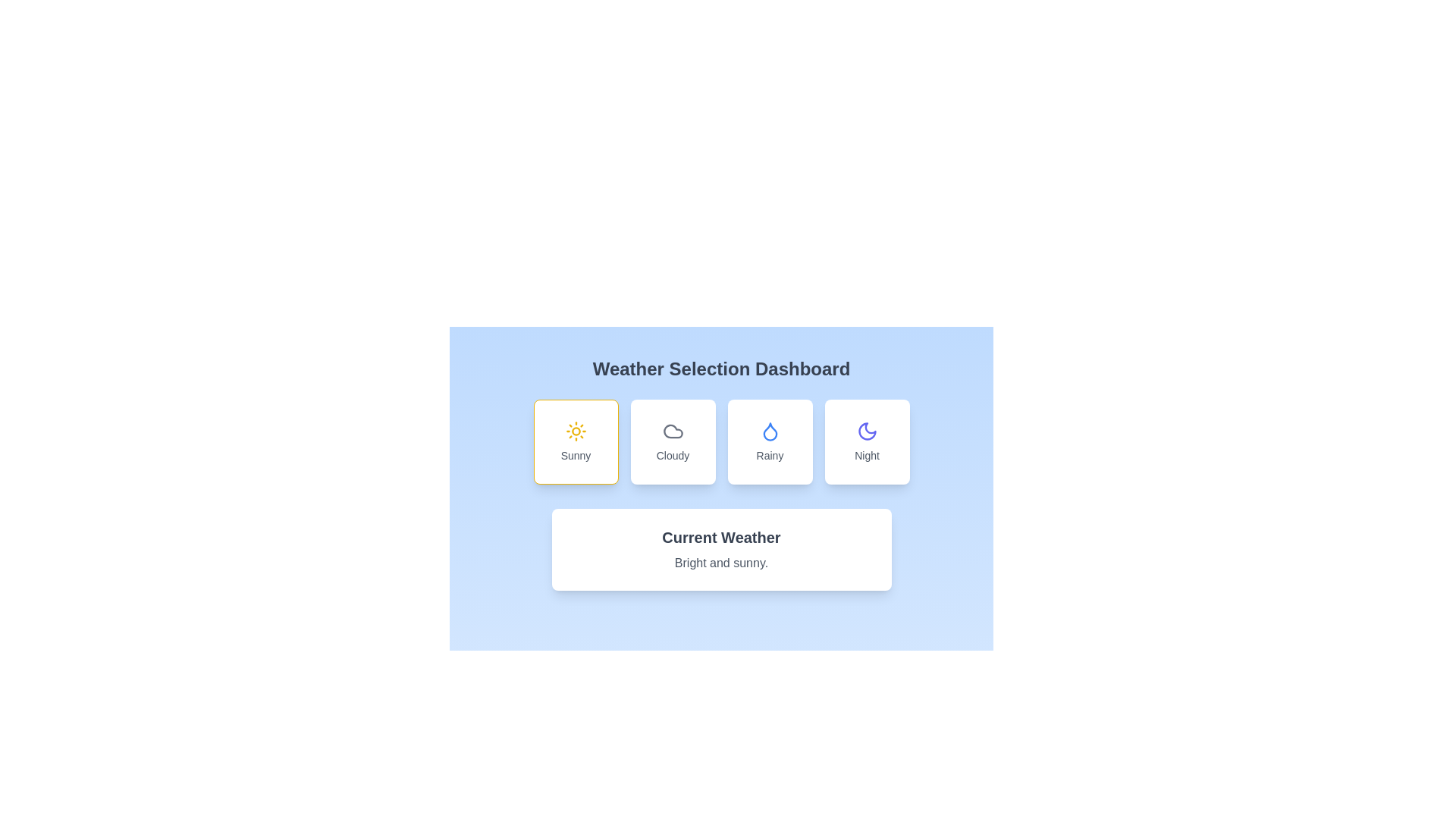 Image resolution: width=1456 pixels, height=819 pixels. Describe the element at coordinates (720, 441) in the screenshot. I see `the 'Cloudy' button in the Group of selectable buttons for weather options, which is located below the 'Weather Selection Dashboard'` at that location.